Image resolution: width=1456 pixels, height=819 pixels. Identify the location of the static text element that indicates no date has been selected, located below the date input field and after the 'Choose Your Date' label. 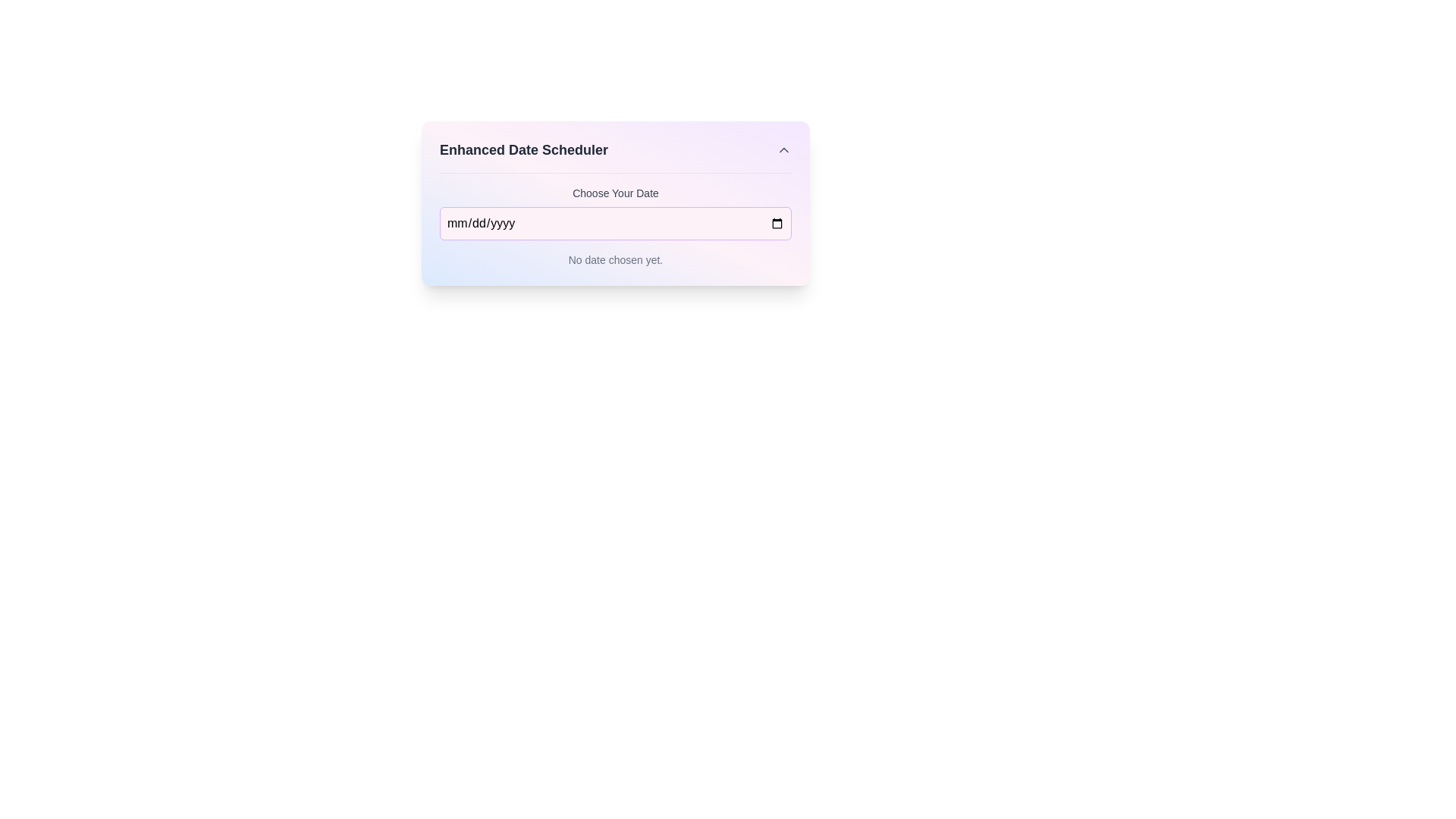
(615, 259).